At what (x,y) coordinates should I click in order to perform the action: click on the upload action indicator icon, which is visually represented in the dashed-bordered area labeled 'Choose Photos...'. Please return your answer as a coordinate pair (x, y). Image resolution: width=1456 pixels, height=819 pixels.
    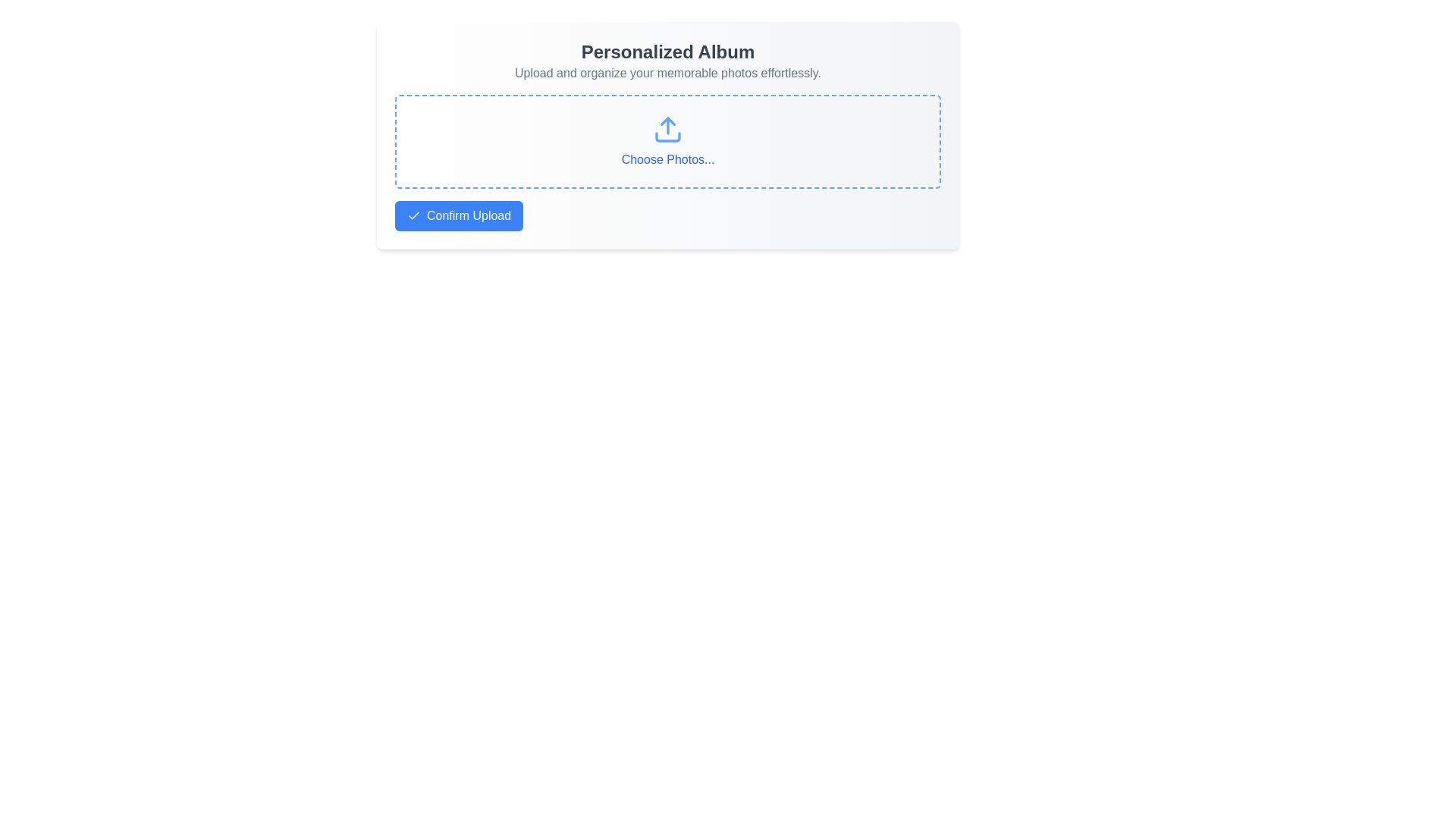
    Looking at the image, I should click on (667, 128).